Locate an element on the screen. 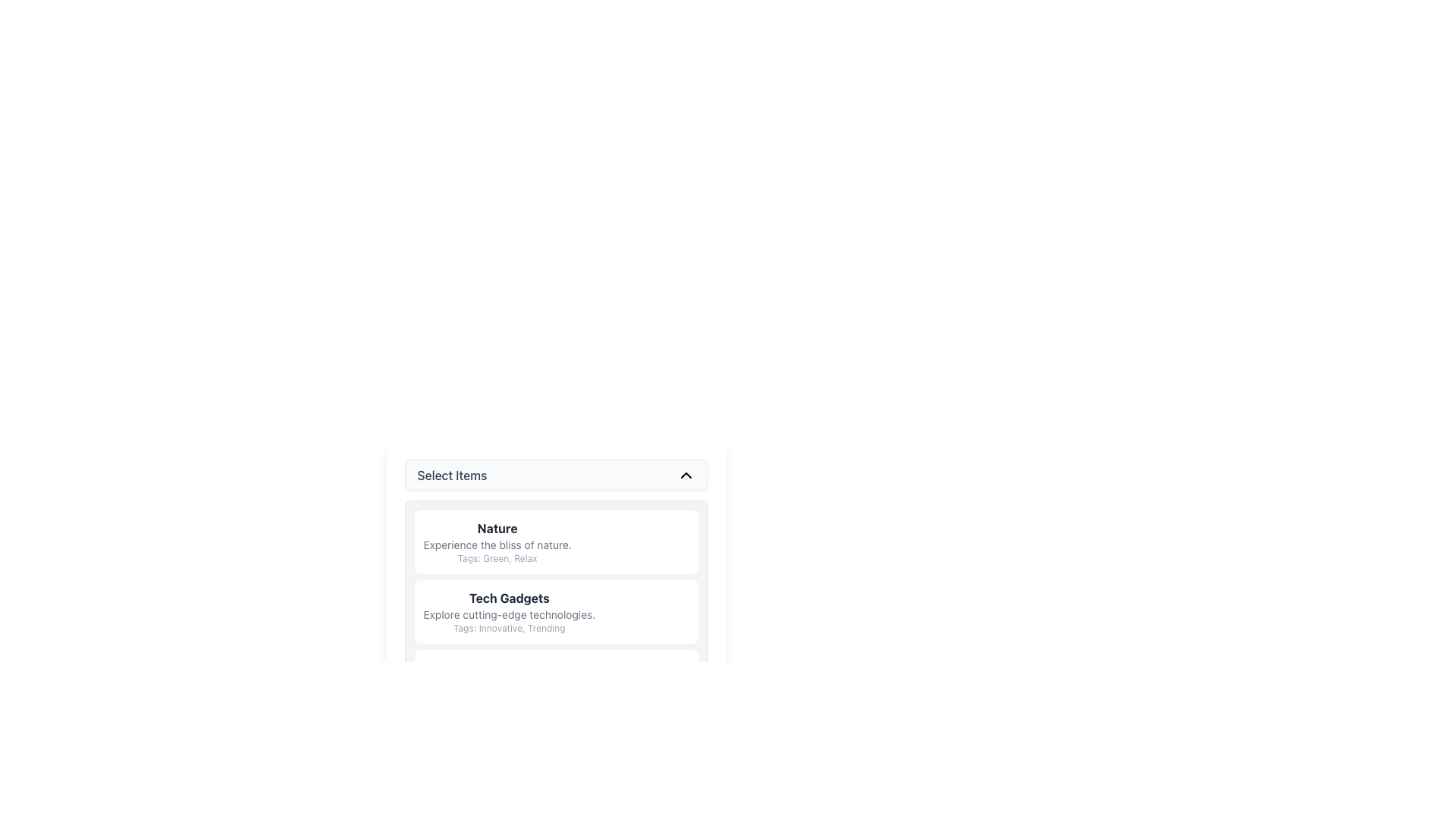 The height and width of the screenshot is (819, 1456). the associated tags on the Information card titled 'Nature' which is the first item is located at coordinates (555, 541).